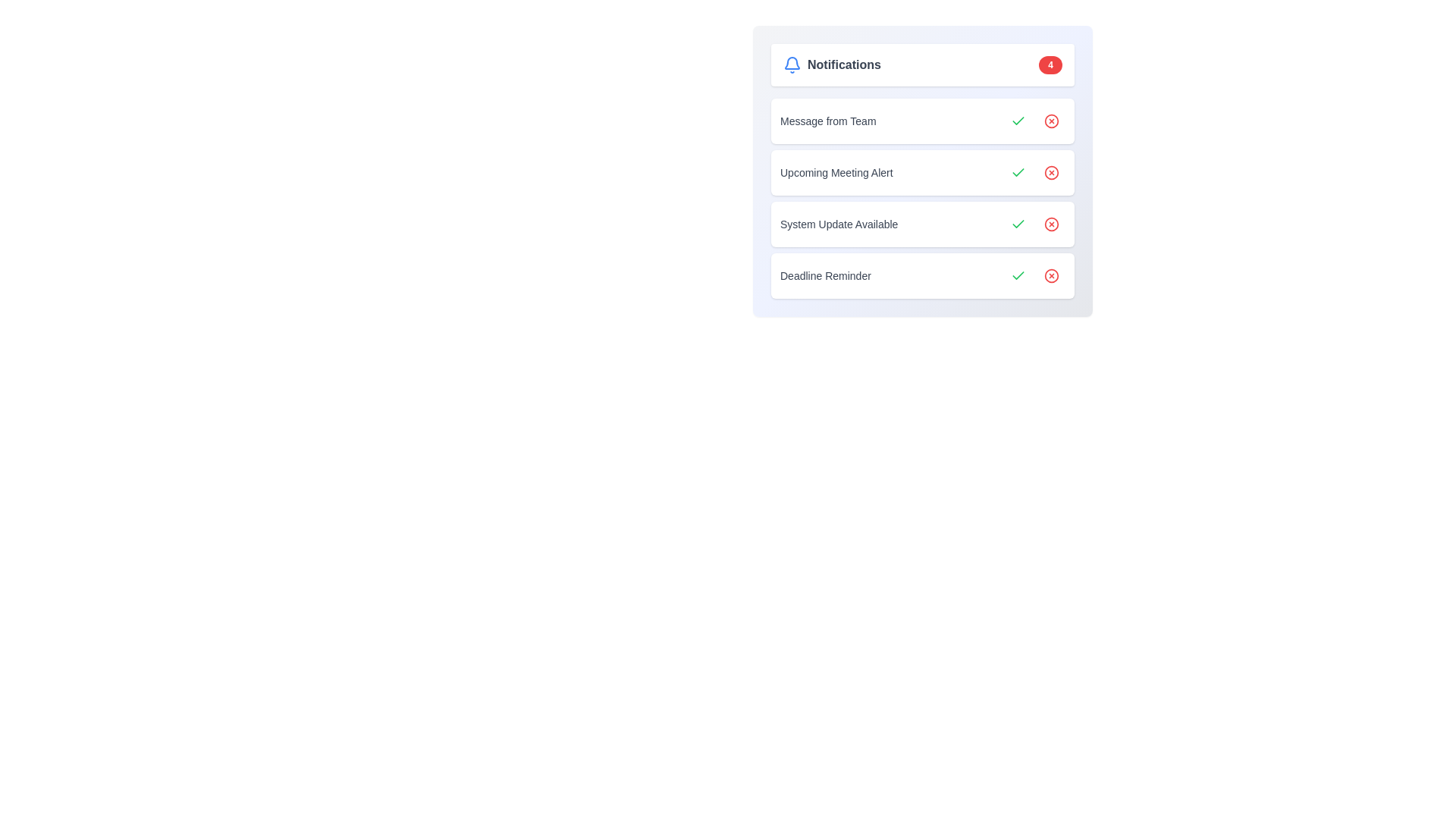 The image size is (1456, 819). Describe the element at coordinates (1051, 275) in the screenshot. I see `the 'delete' button located on the right side of the 'Deadline Reminder' notification line` at that location.